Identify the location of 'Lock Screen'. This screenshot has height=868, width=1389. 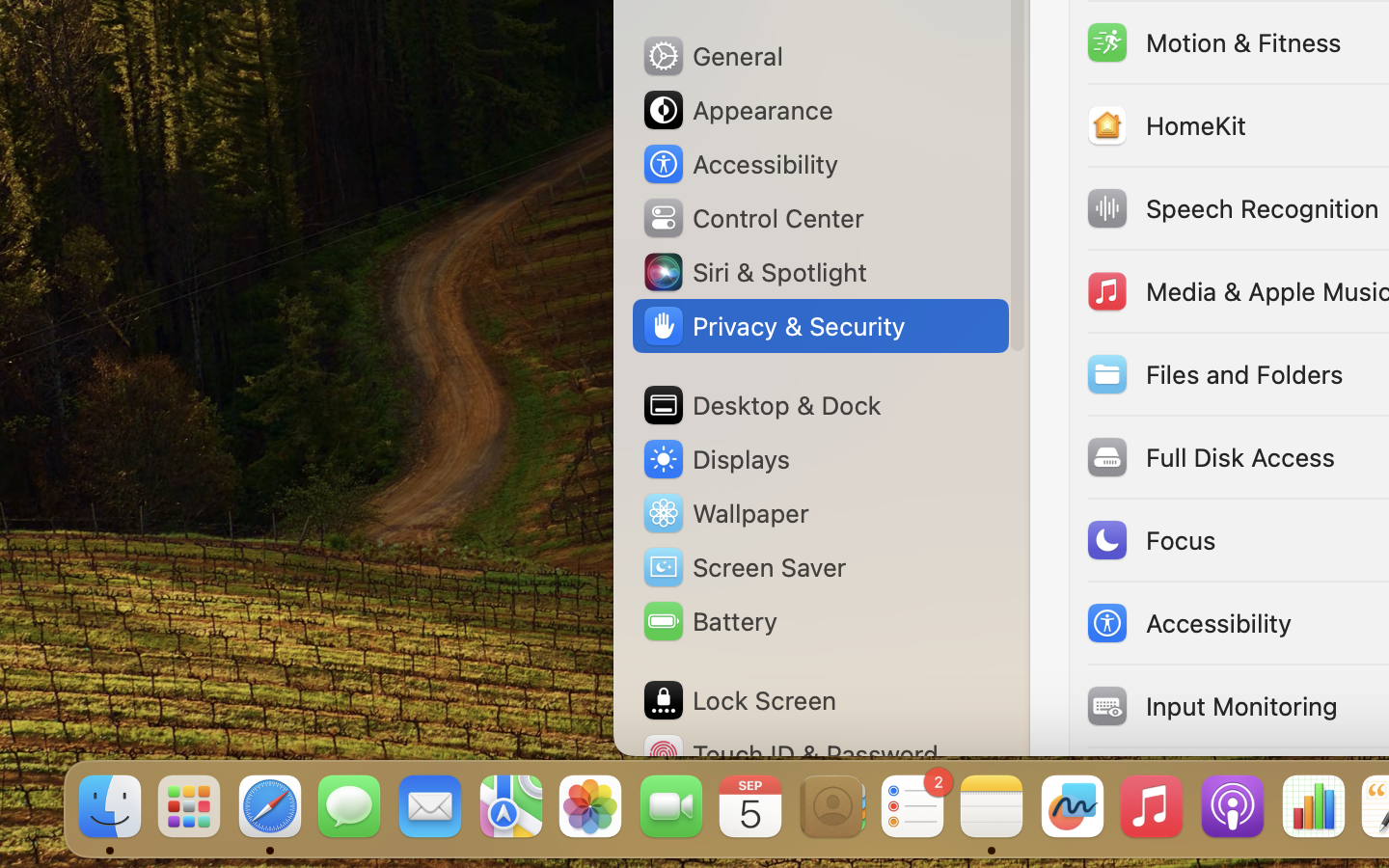
(737, 699).